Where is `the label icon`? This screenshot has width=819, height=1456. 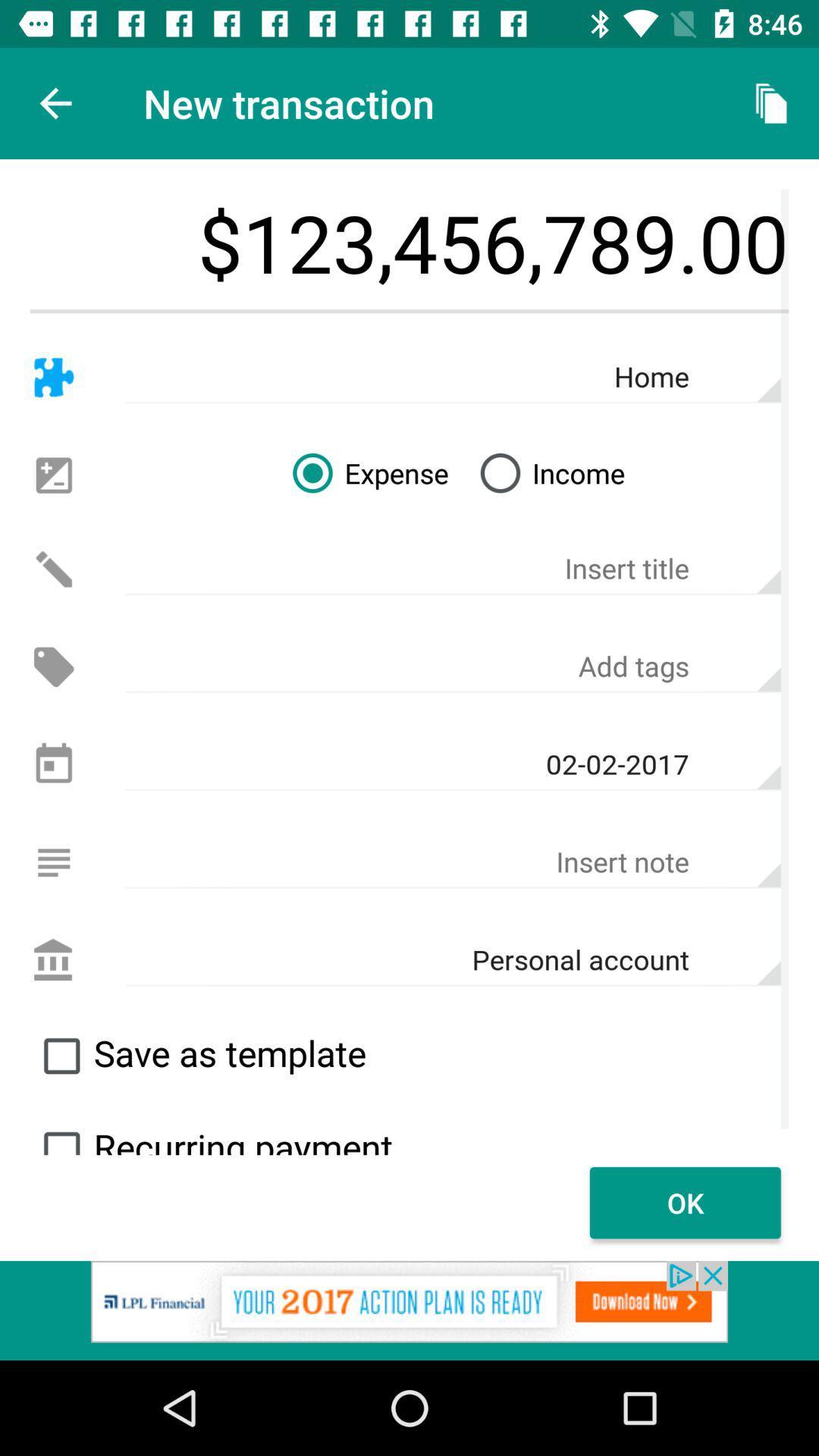 the label icon is located at coordinates (53, 667).